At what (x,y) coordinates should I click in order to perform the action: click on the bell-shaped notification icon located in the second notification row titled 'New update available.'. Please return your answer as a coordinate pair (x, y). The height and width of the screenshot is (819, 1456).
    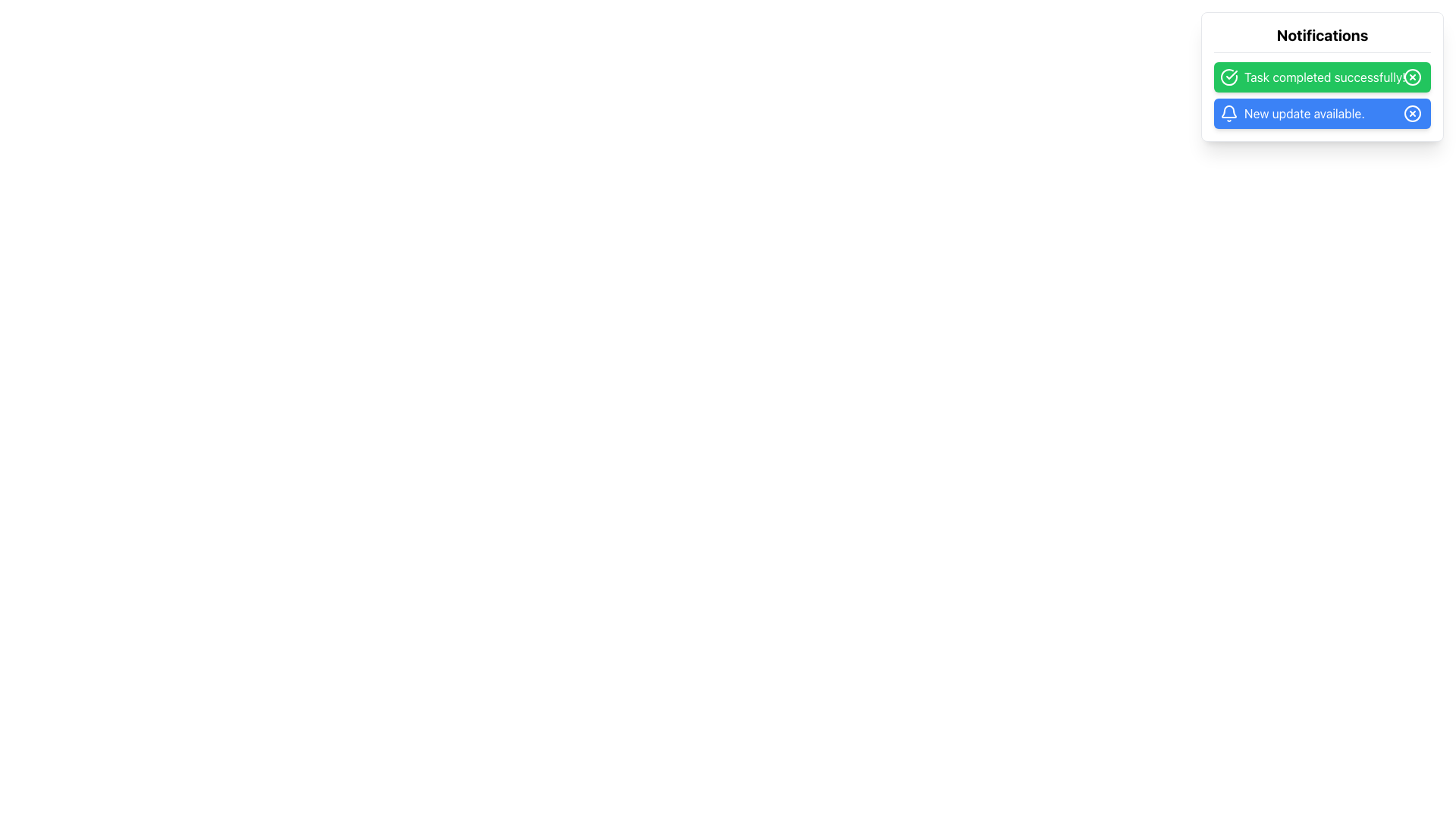
    Looking at the image, I should click on (1229, 111).